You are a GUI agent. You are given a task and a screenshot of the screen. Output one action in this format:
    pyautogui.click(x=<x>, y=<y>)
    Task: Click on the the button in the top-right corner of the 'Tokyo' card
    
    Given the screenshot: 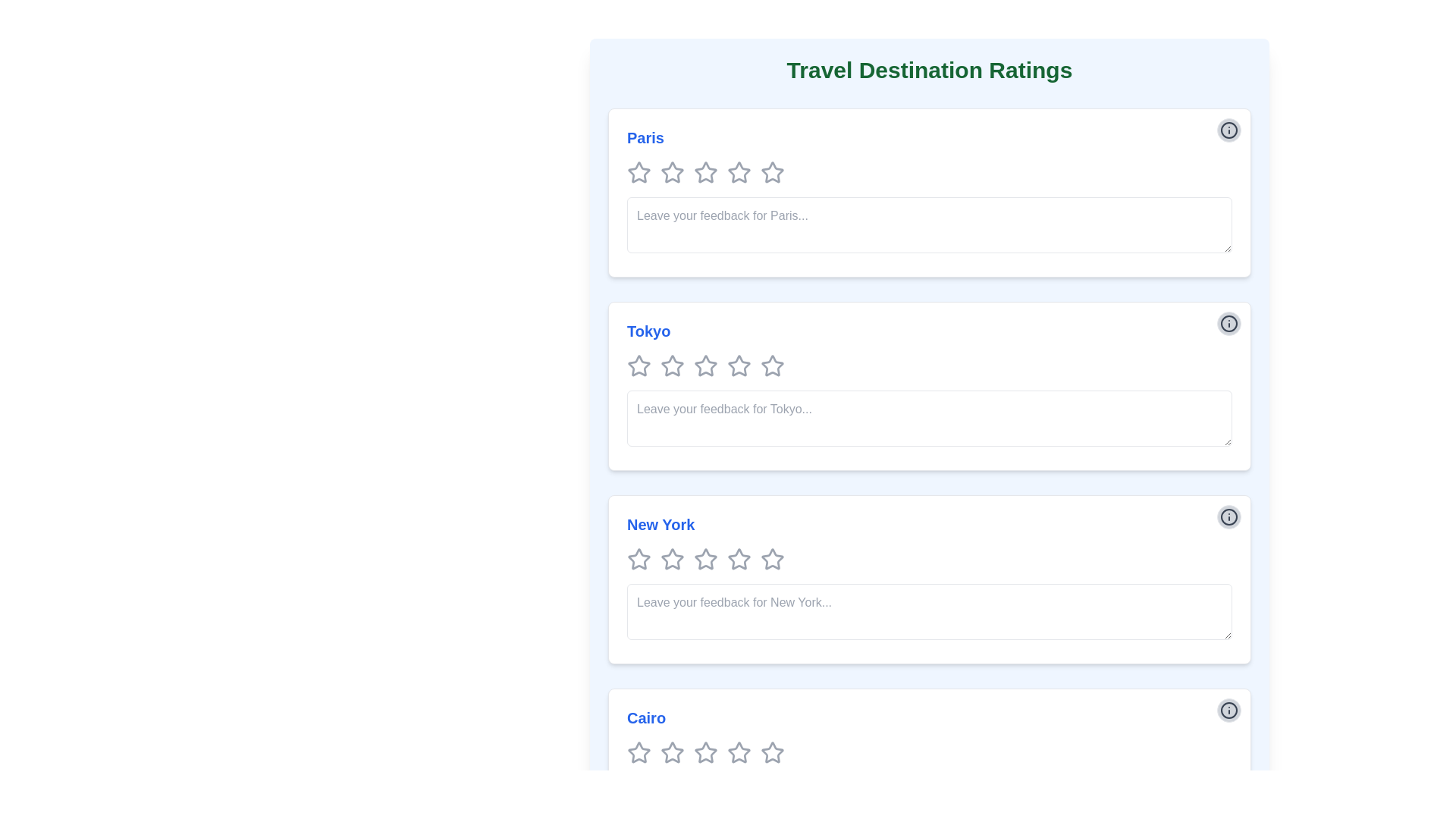 What is the action you would take?
    pyautogui.click(x=1229, y=323)
    